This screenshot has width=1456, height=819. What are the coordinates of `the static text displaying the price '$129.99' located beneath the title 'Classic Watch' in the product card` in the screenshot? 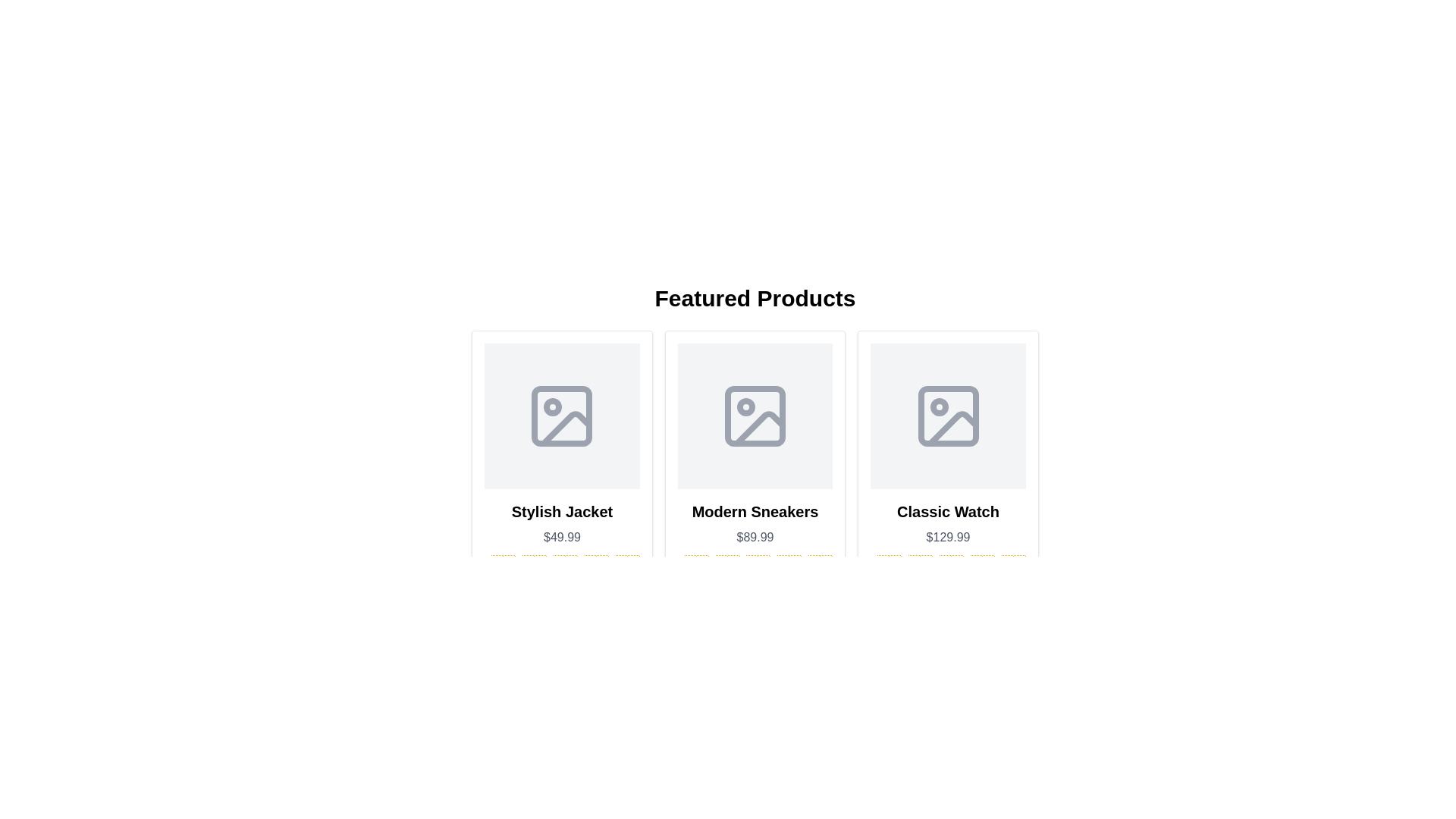 It's located at (947, 537).